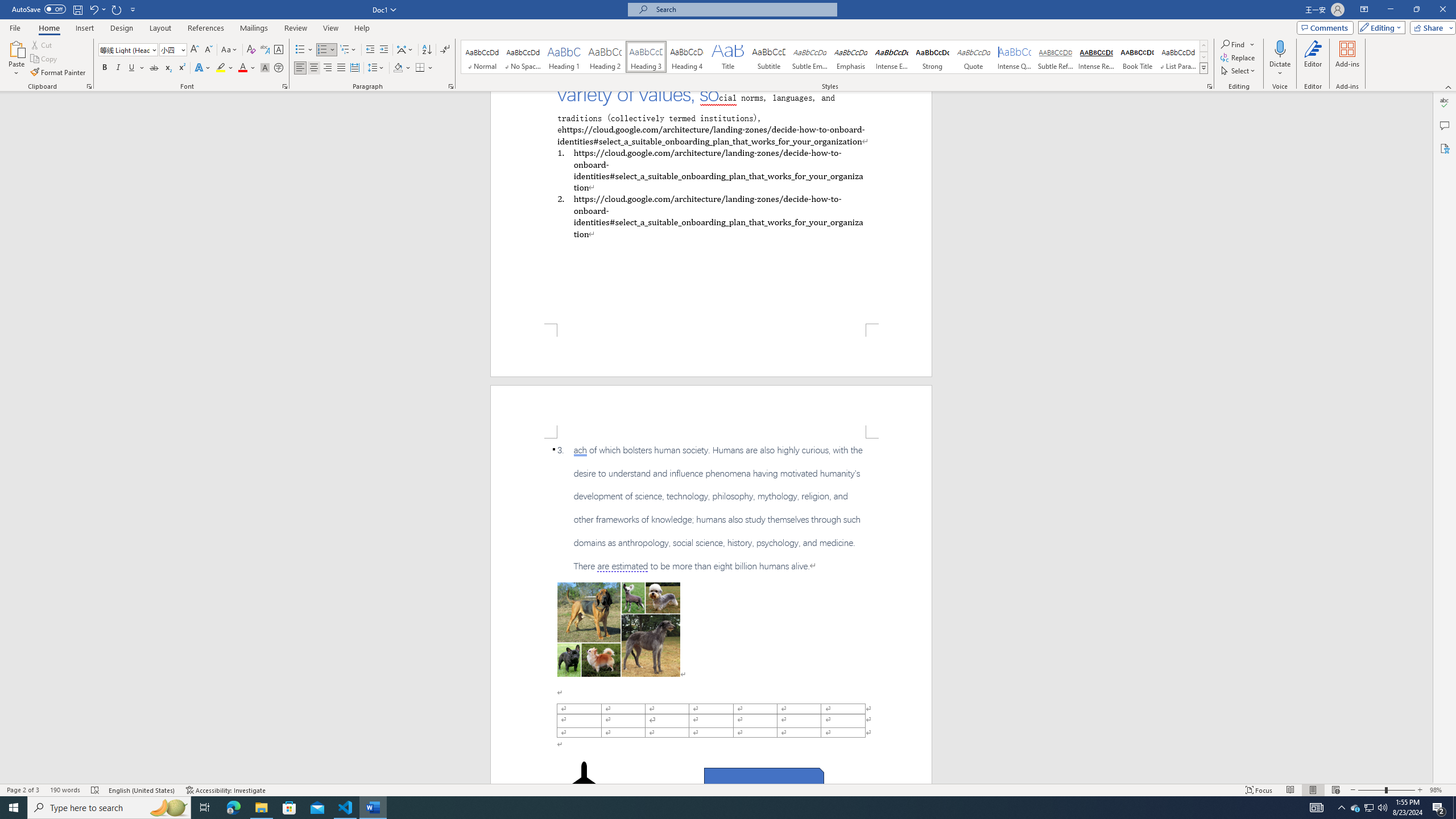 This screenshot has height=819, width=1456. What do you see at coordinates (1096, 56) in the screenshot?
I see `'Intense Reference'` at bounding box center [1096, 56].